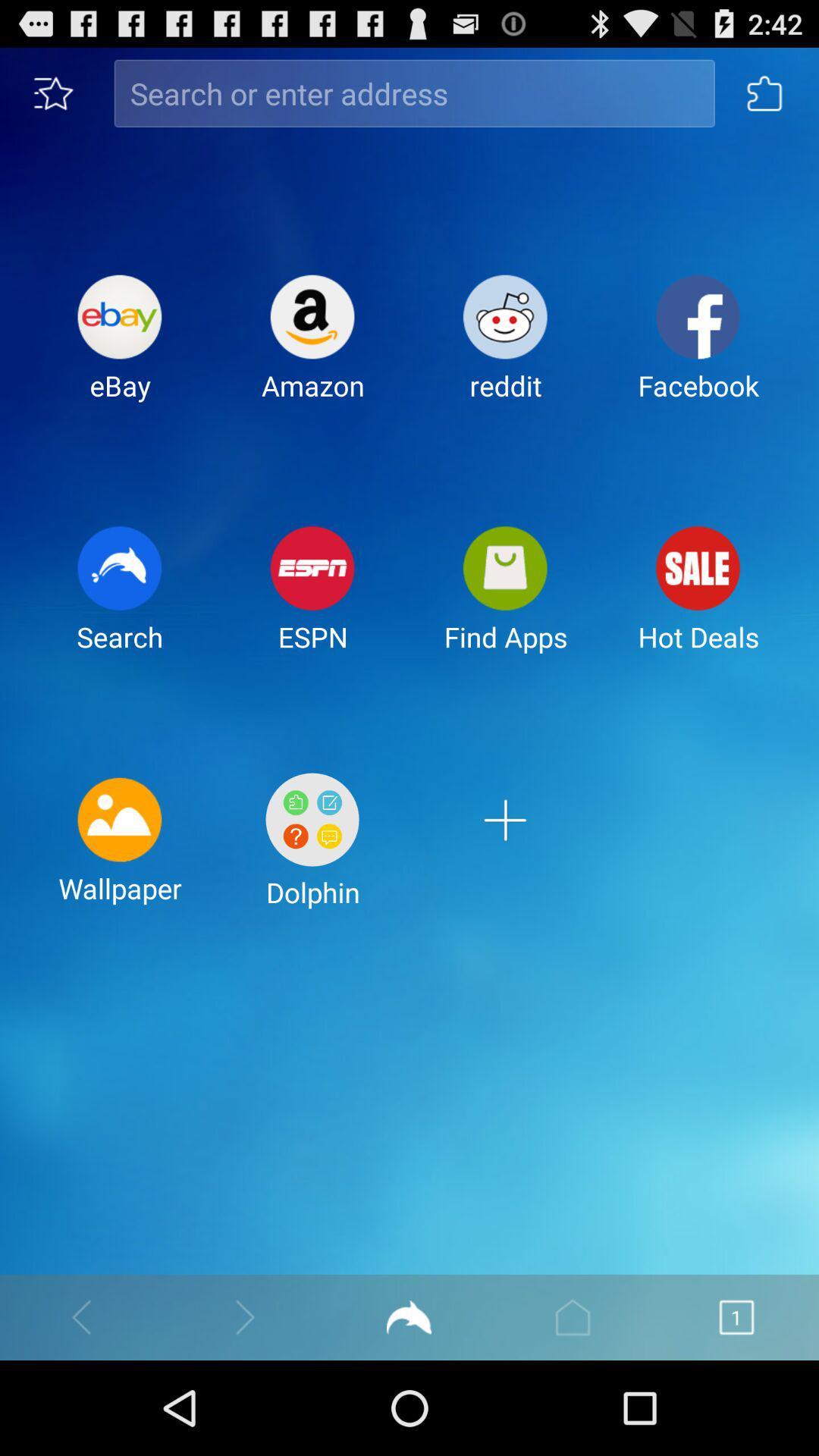 The width and height of the screenshot is (819, 1456). Describe the element at coordinates (119, 349) in the screenshot. I see `the icon to the left of the amazon` at that location.